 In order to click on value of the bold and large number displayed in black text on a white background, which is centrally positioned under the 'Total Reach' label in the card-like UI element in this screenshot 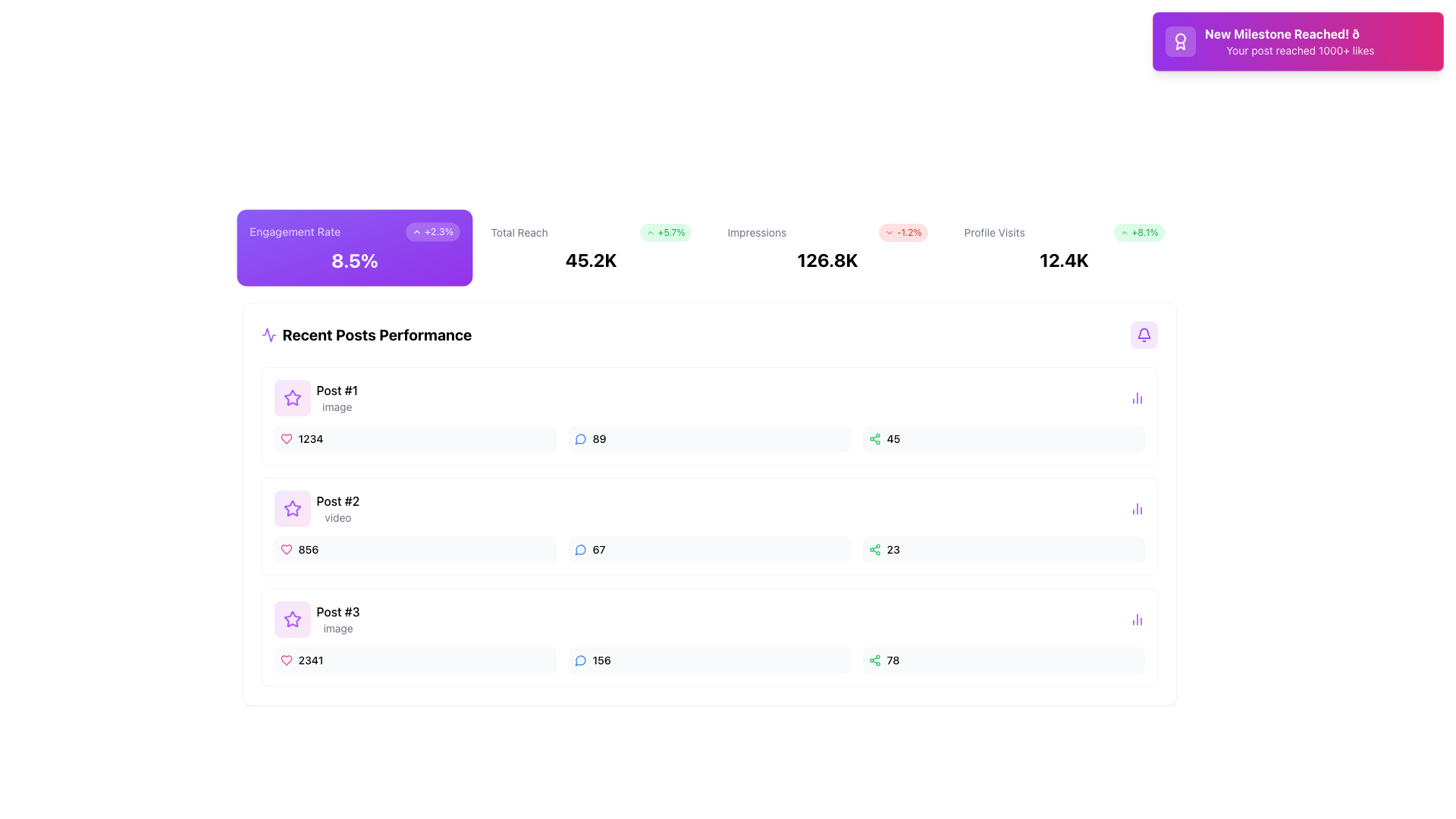, I will do `click(590, 259)`.